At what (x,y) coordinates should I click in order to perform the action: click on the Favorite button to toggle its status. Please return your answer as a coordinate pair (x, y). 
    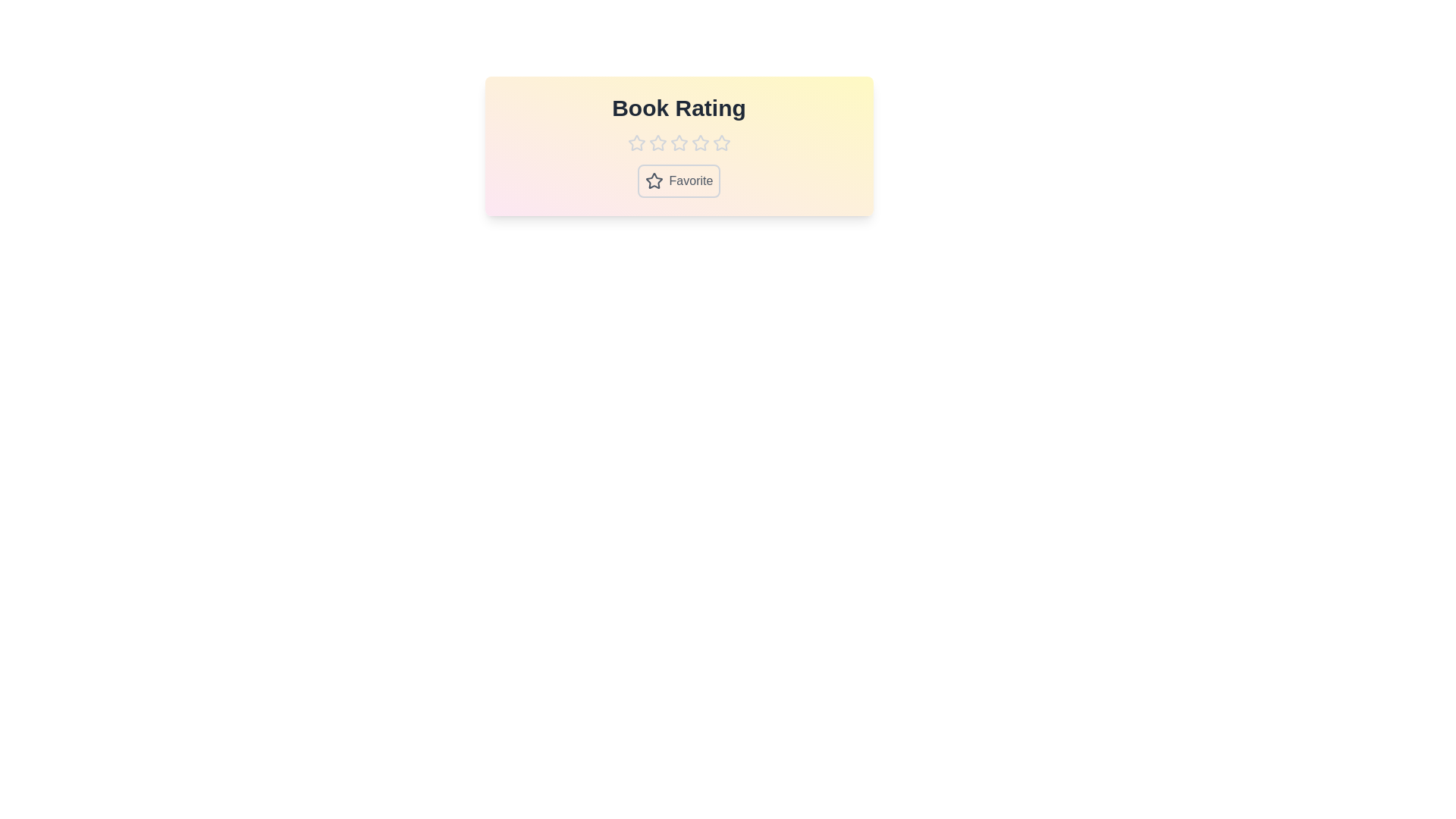
    Looking at the image, I should click on (678, 180).